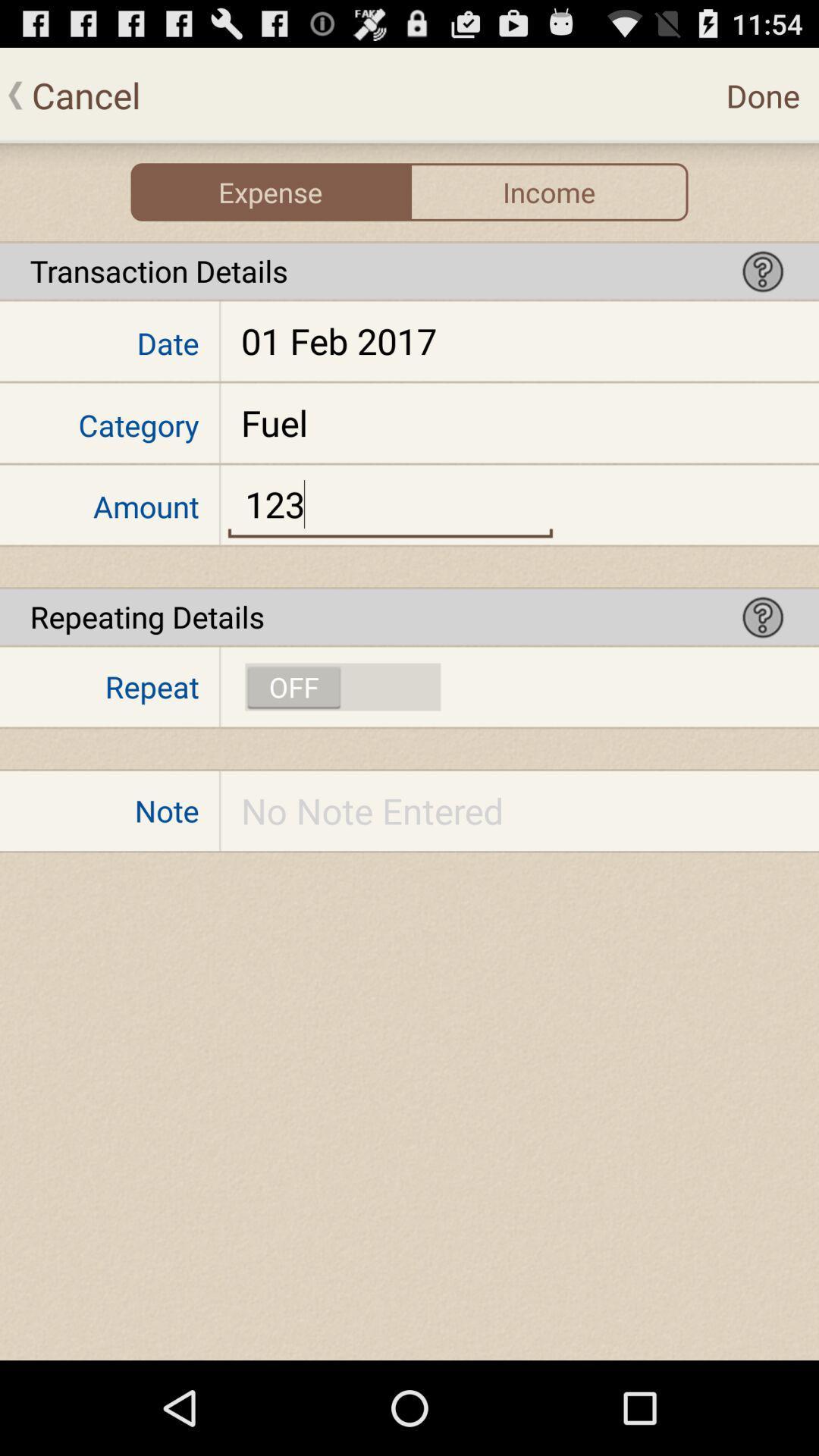  I want to click on help icon, so click(763, 271).